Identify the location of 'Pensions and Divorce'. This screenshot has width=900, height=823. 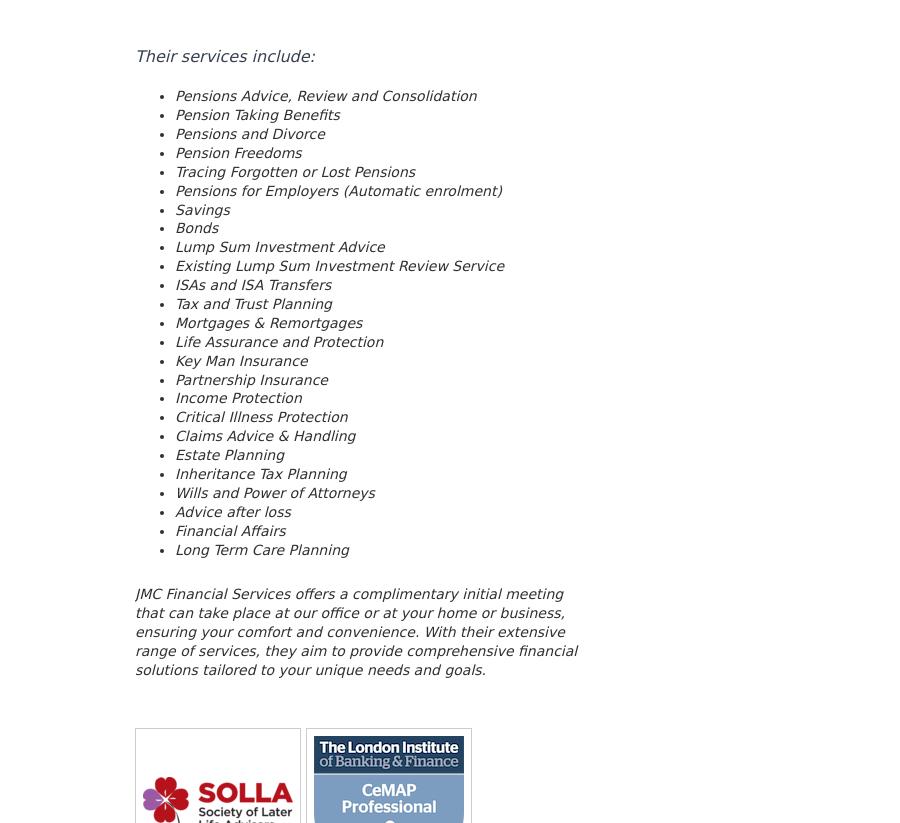
(248, 132).